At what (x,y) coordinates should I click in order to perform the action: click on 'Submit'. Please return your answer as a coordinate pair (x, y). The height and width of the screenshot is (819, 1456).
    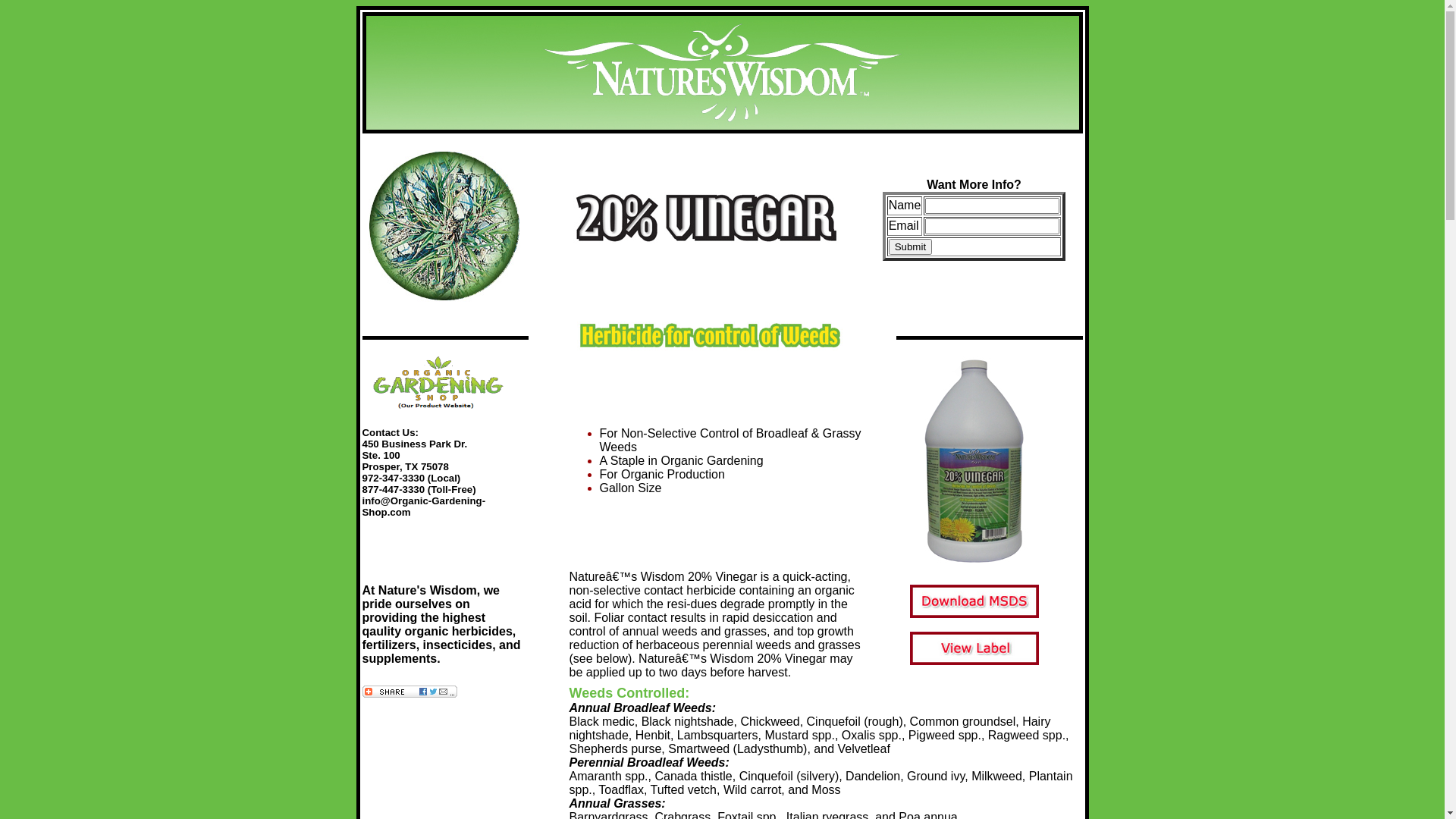
    Looking at the image, I should click on (910, 245).